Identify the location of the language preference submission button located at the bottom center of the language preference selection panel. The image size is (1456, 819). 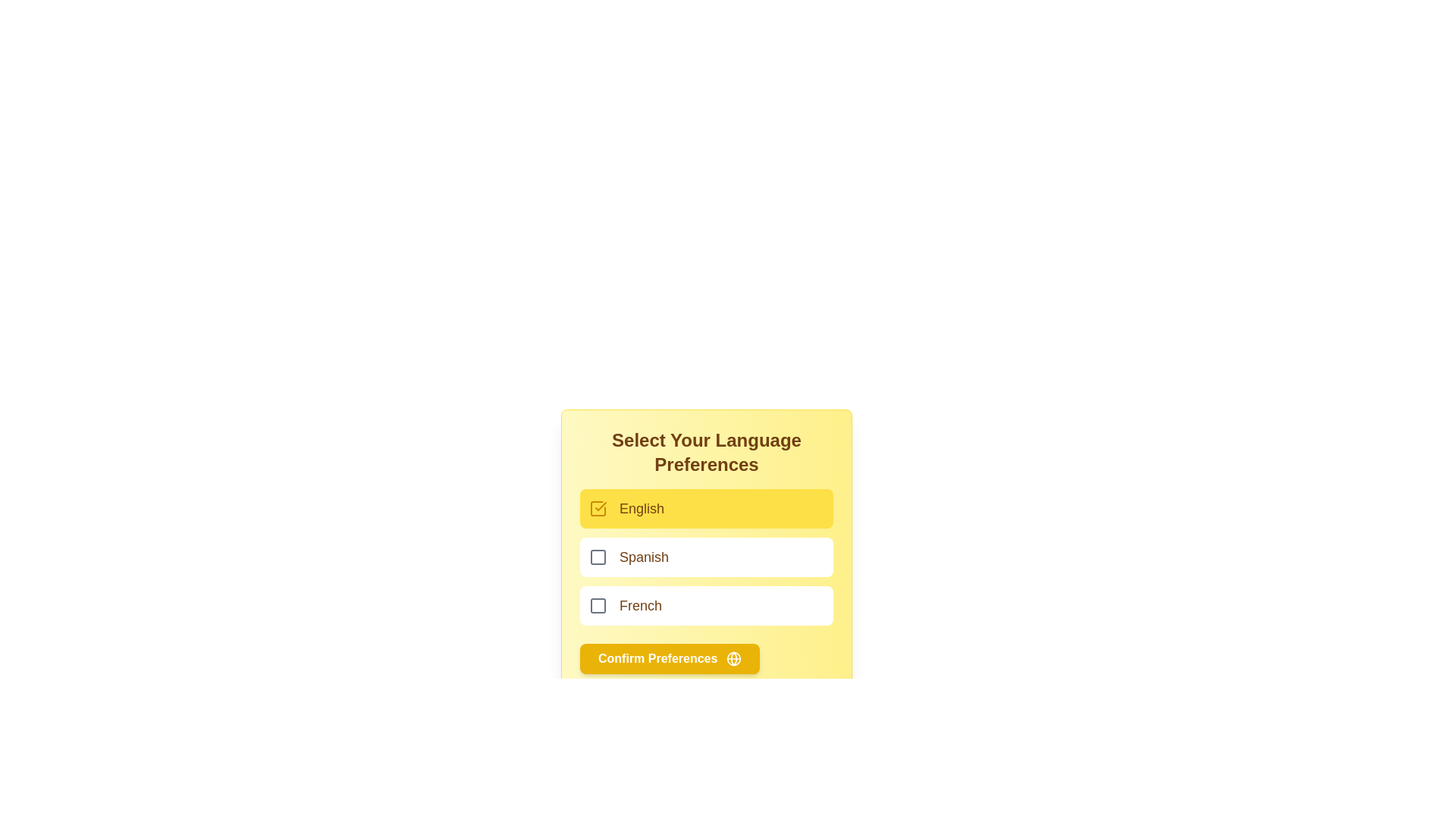
(669, 657).